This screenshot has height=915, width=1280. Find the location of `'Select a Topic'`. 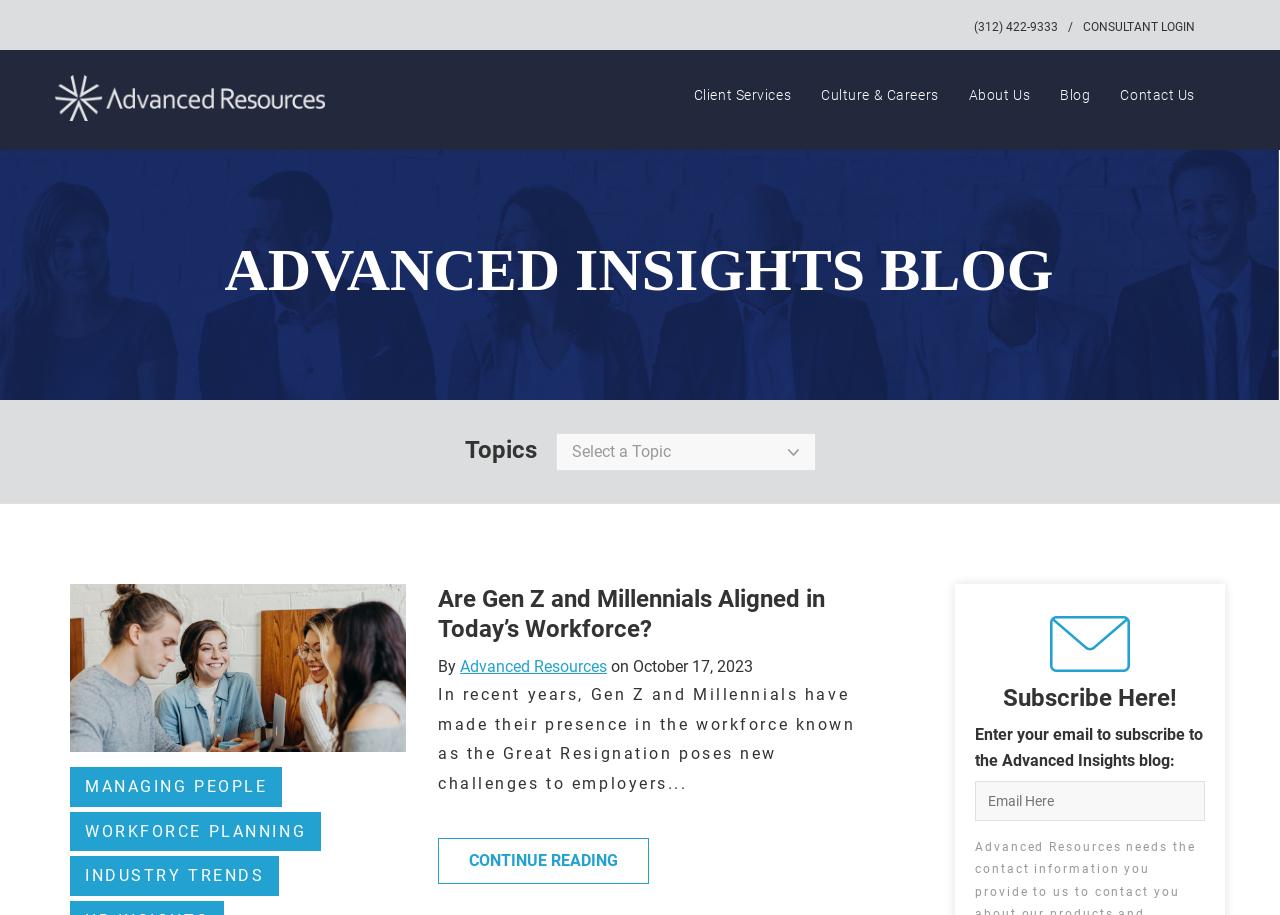

'Select a Topic' is located at coordinates (619, 451).